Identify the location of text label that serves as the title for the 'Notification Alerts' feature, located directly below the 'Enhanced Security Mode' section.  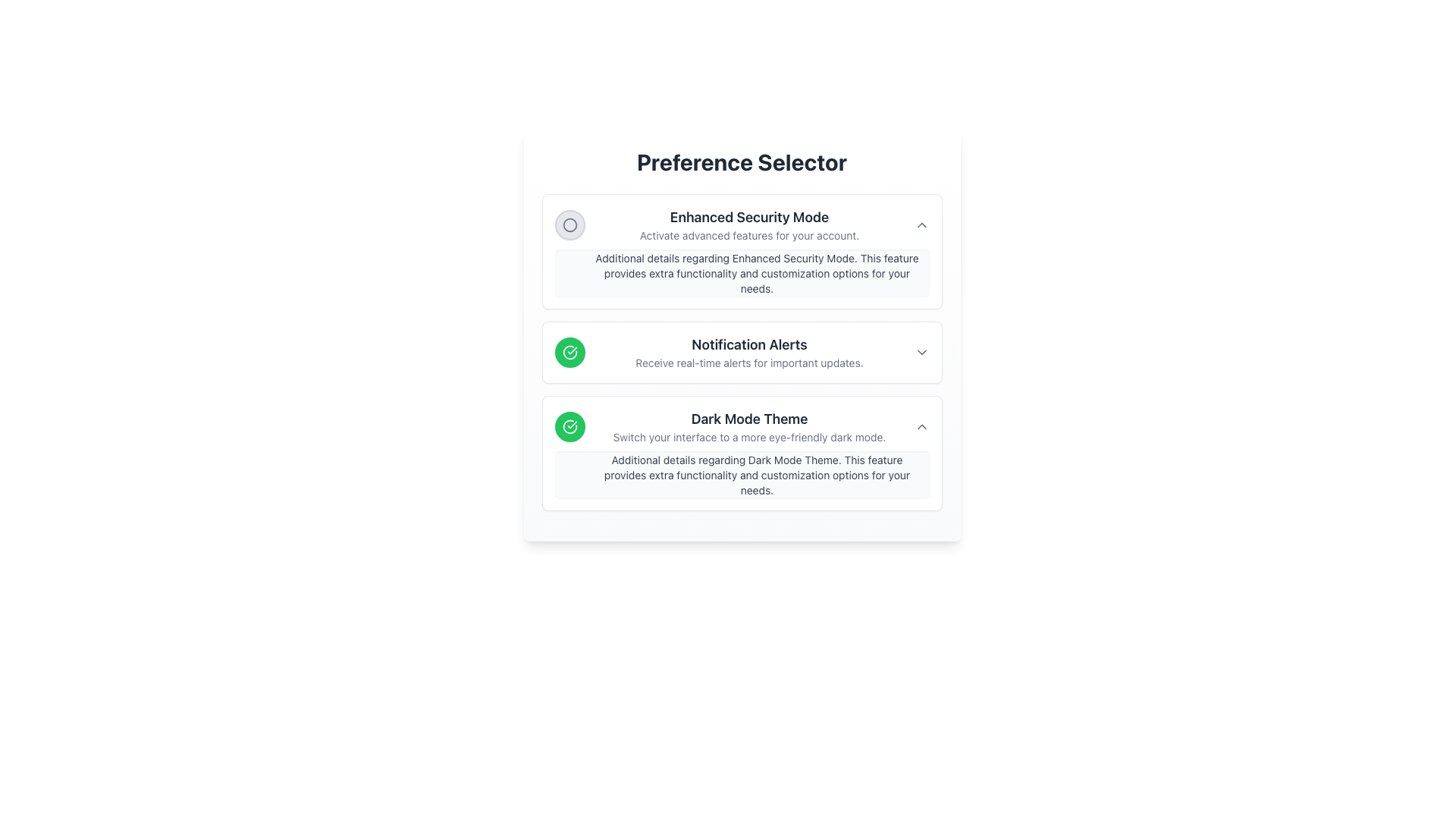
(749, 345).